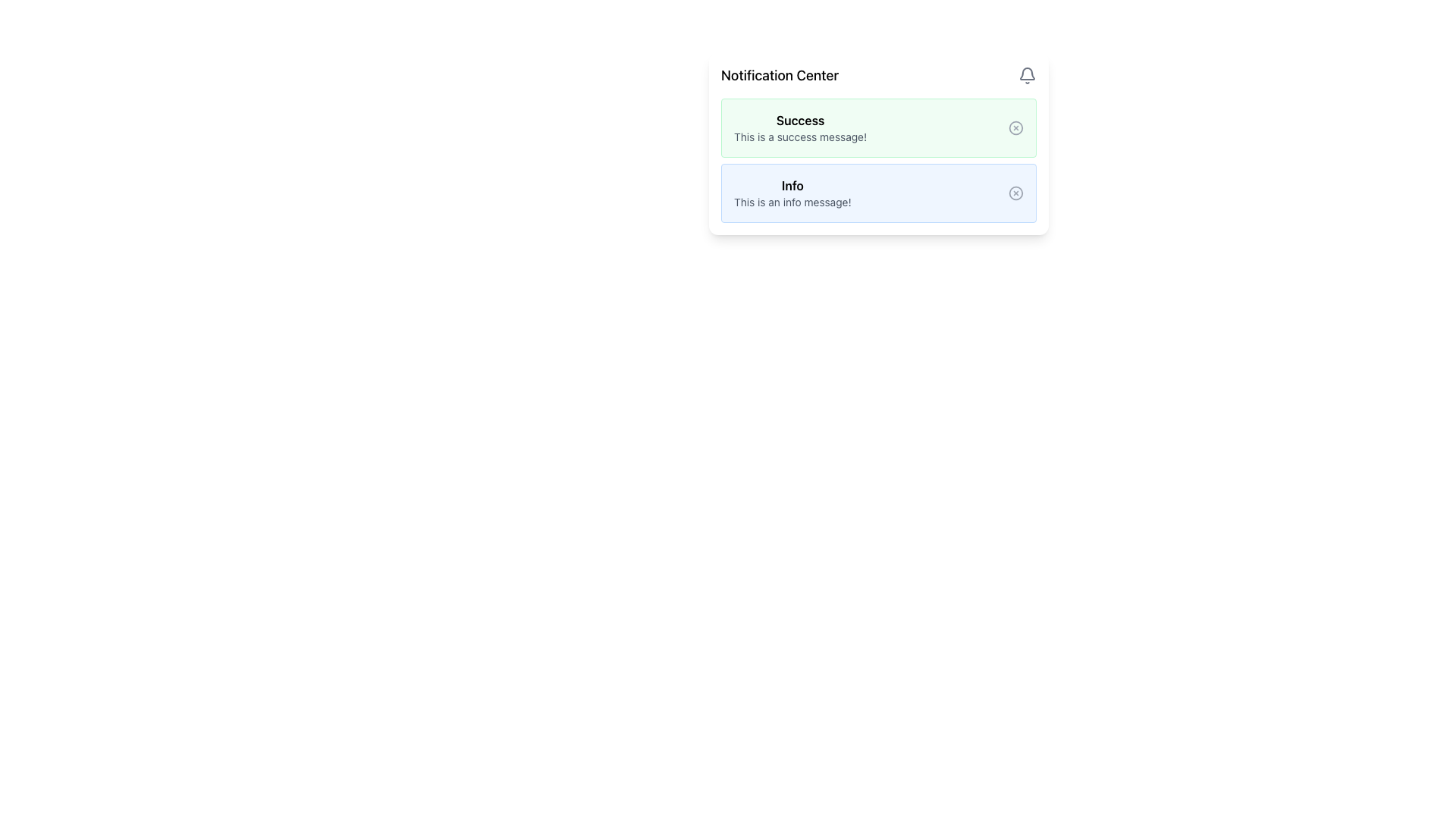  Describe the element at coordinates (878, 143) in the screenshot. I see `success message displayed in the Notification Card with a light green background that shows 'Success' and 'This is a success message!'` at that location.